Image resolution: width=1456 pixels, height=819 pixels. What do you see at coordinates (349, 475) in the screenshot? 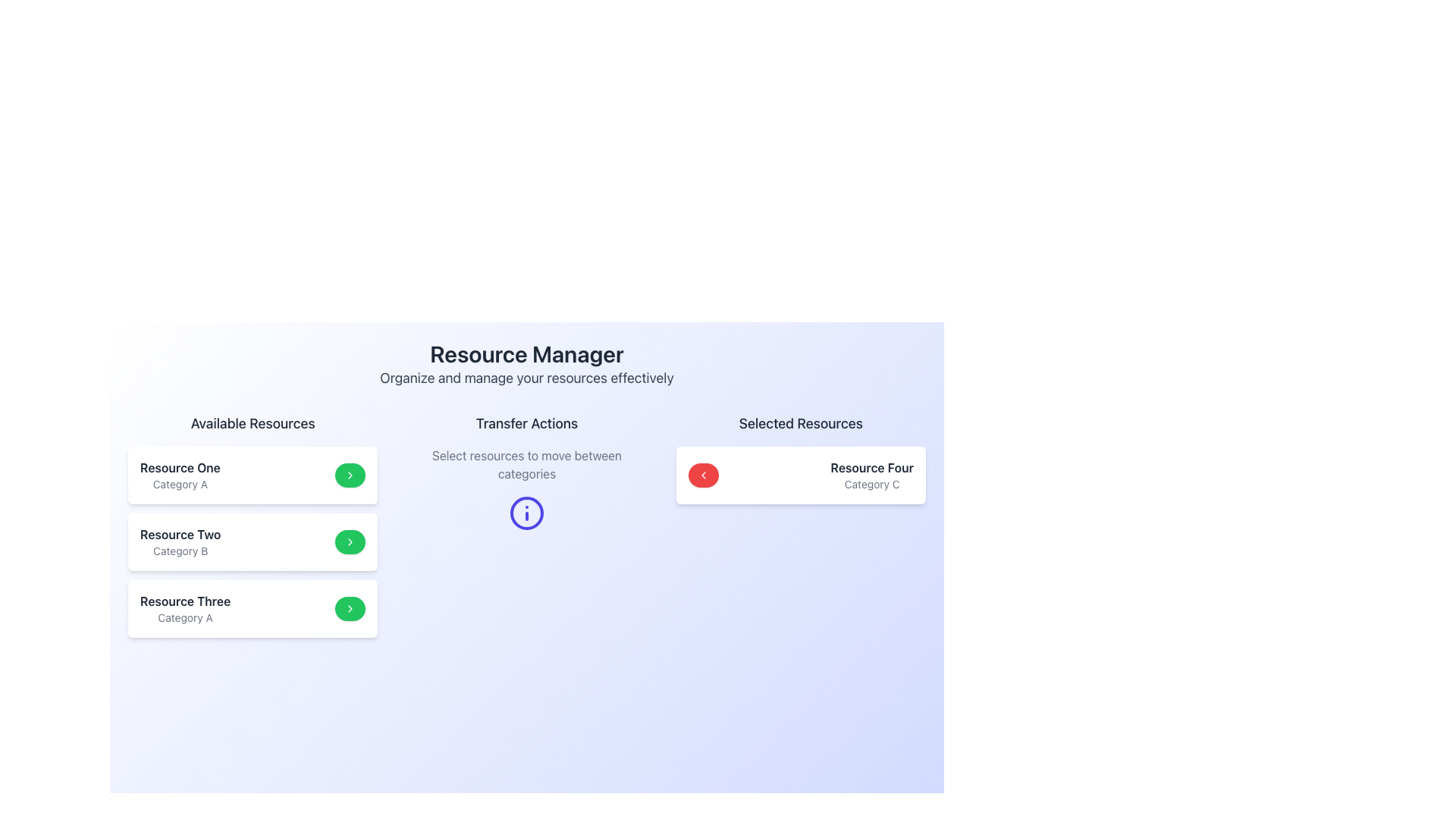
I see `the button located on the right side of the 'Resource One' card in the 'Available Resources' section` at bounding box center [349, 475].